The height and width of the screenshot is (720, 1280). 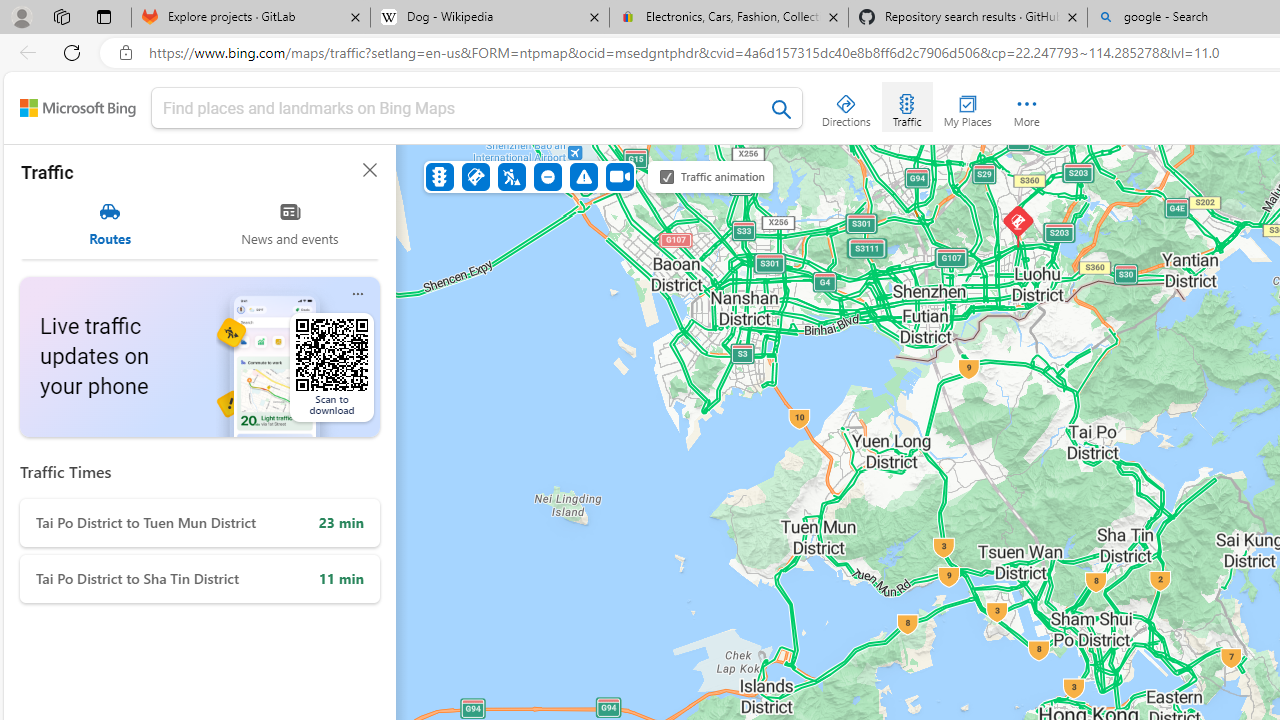 I want to click on 'Tai Po District to Tuen Mun District', so click(x=200, y=522).